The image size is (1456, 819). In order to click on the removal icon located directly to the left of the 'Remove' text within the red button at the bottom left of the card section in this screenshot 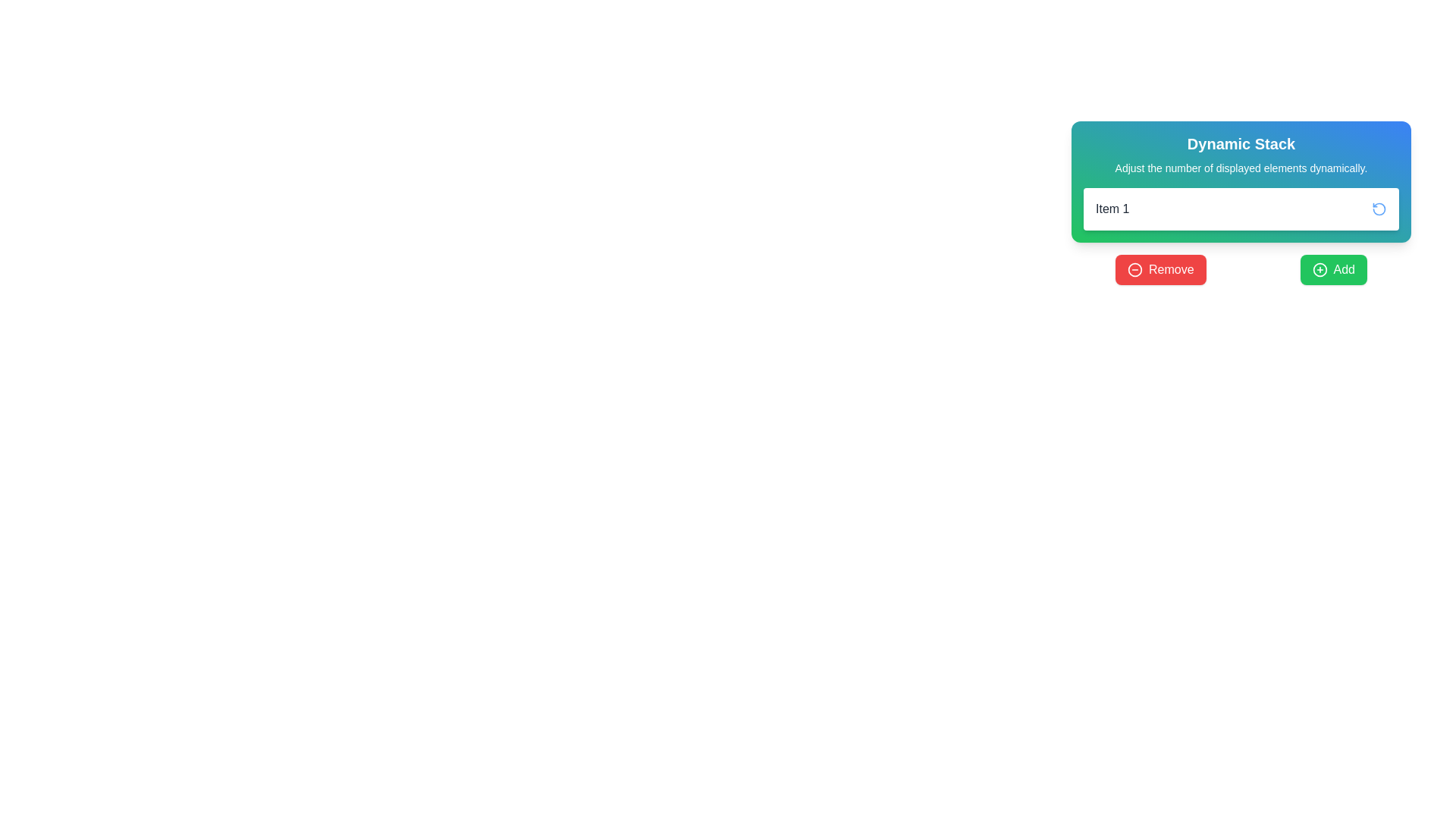, I will do `click(1135, 268)`.